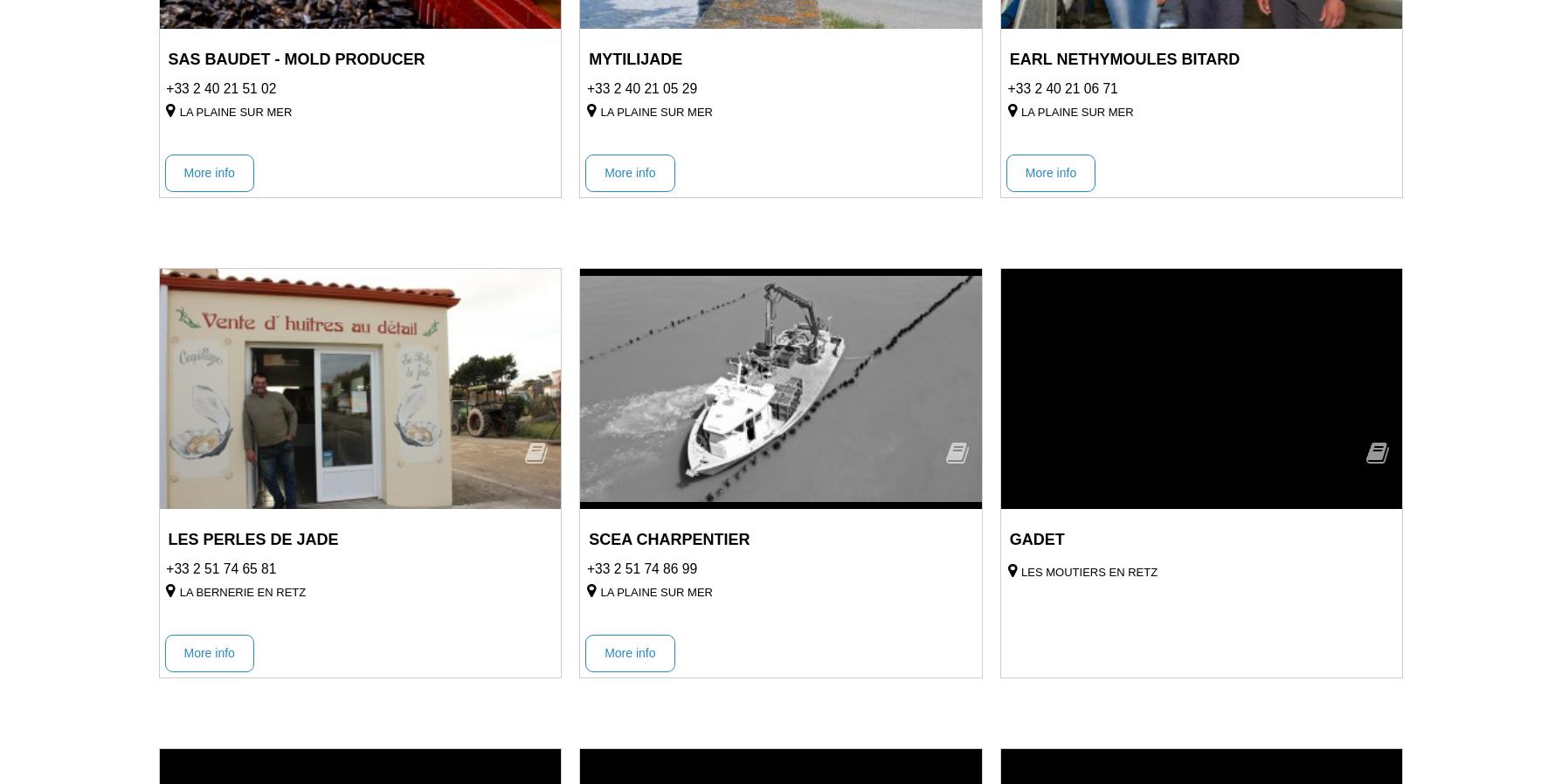 The width and height of the screenshot is (1562, 784). I want to click on 'EARL NETHYMOULES BITARD', so click(1123, 58).